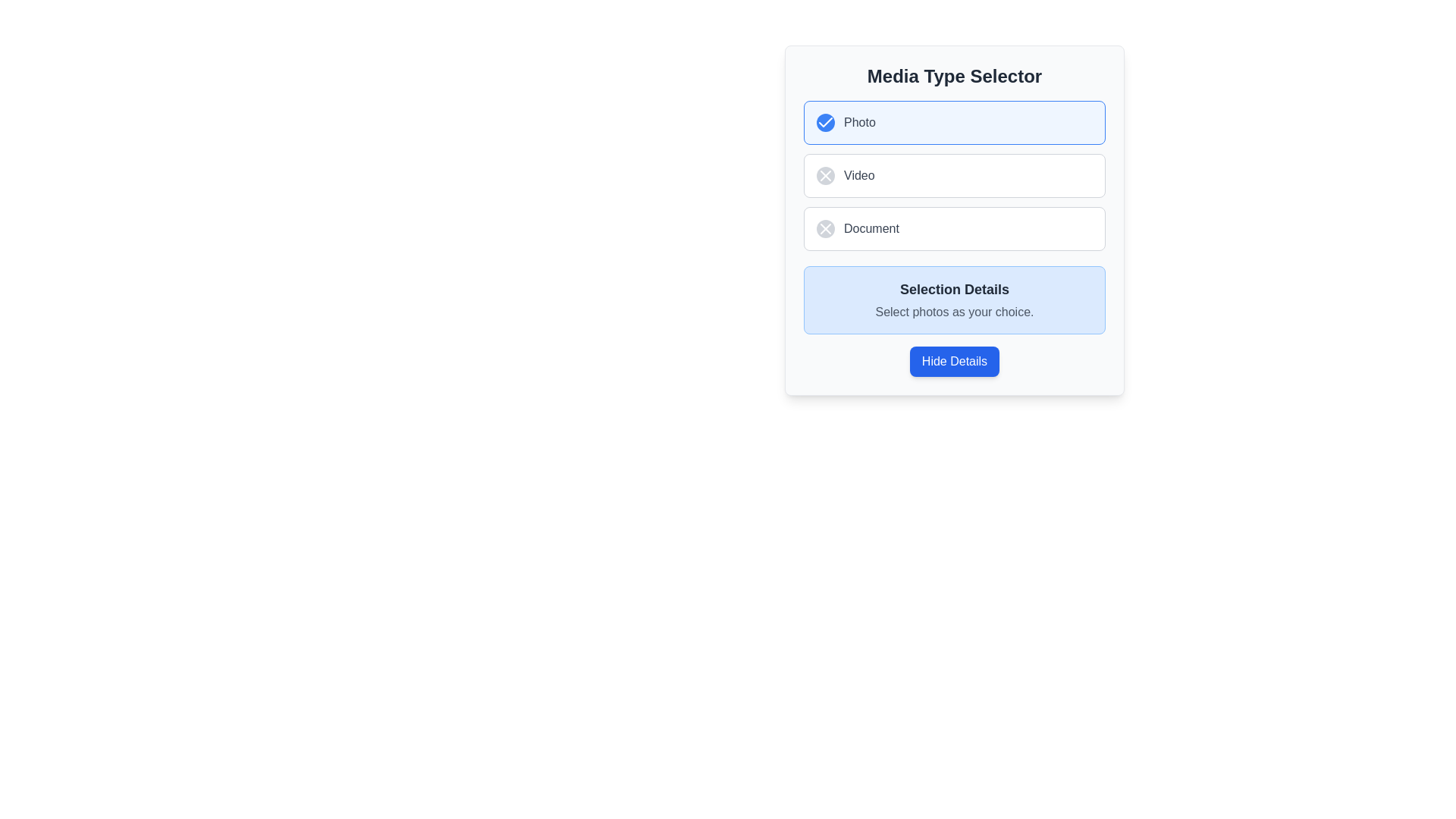 This screenshot has height=819, width=1456. What do you see at coordinates (871, 228) in the screenshot?
I see `the 'Document' text label, which indicates the corresponding selection option in the 'Media Type Selector' section, located next to the radio button for this choice` at bounding box center [871, 228].